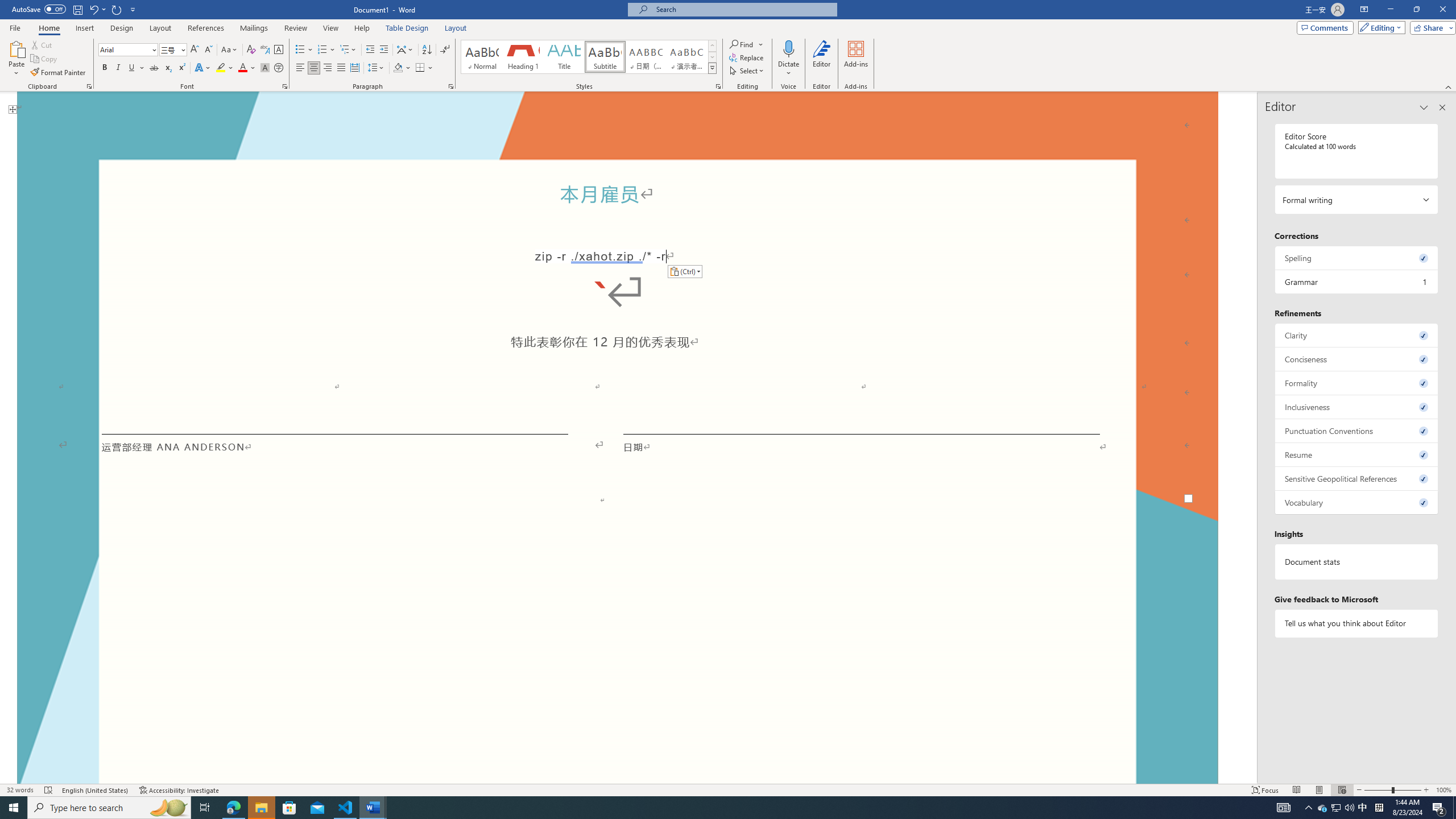 The image size is (1456, 819). What do you see at coordinates (717, 85) in the screenshot?
I see `'Styles...'` at bounding box center [717, 85].